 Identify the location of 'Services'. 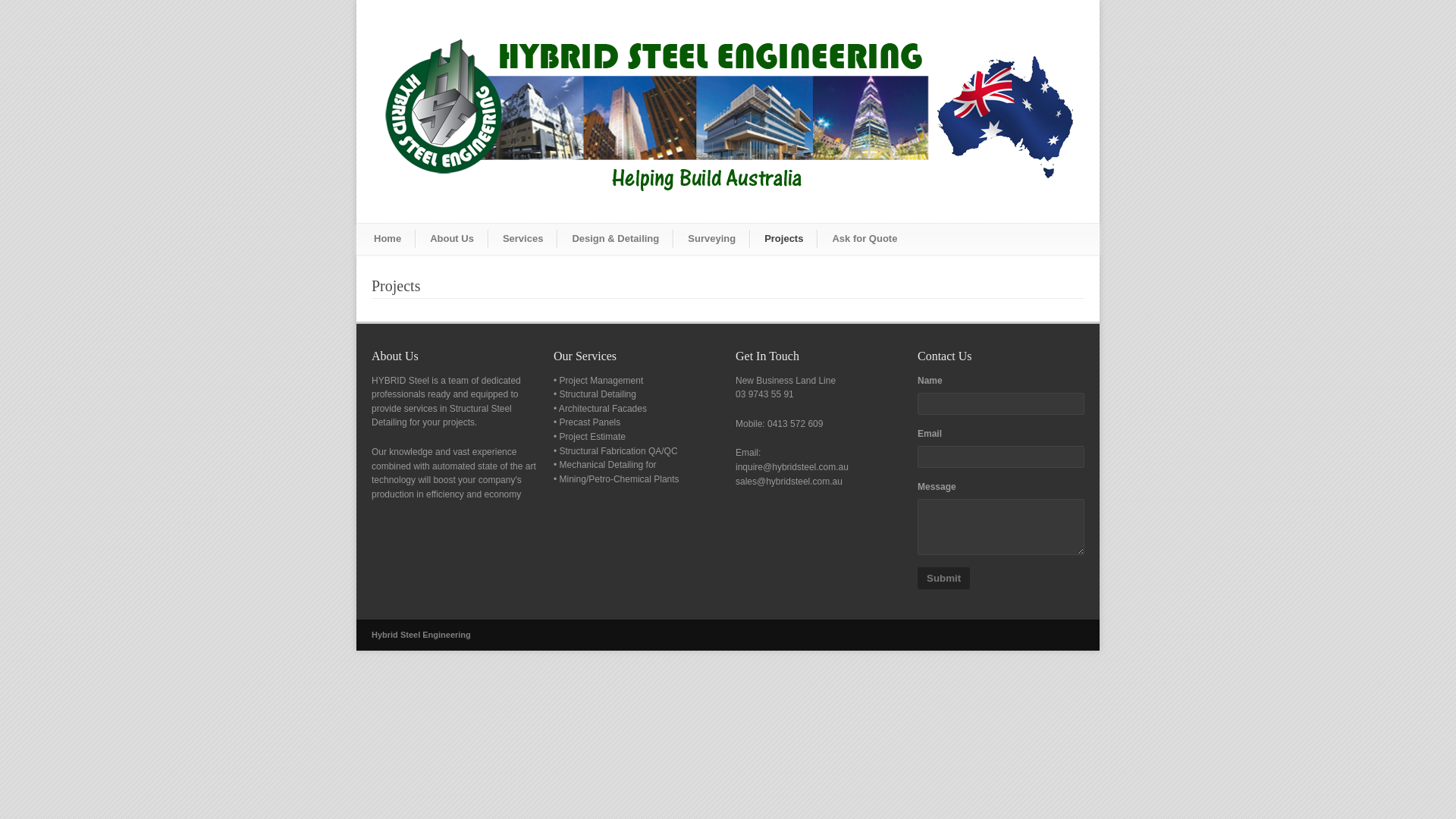
(488, 239).